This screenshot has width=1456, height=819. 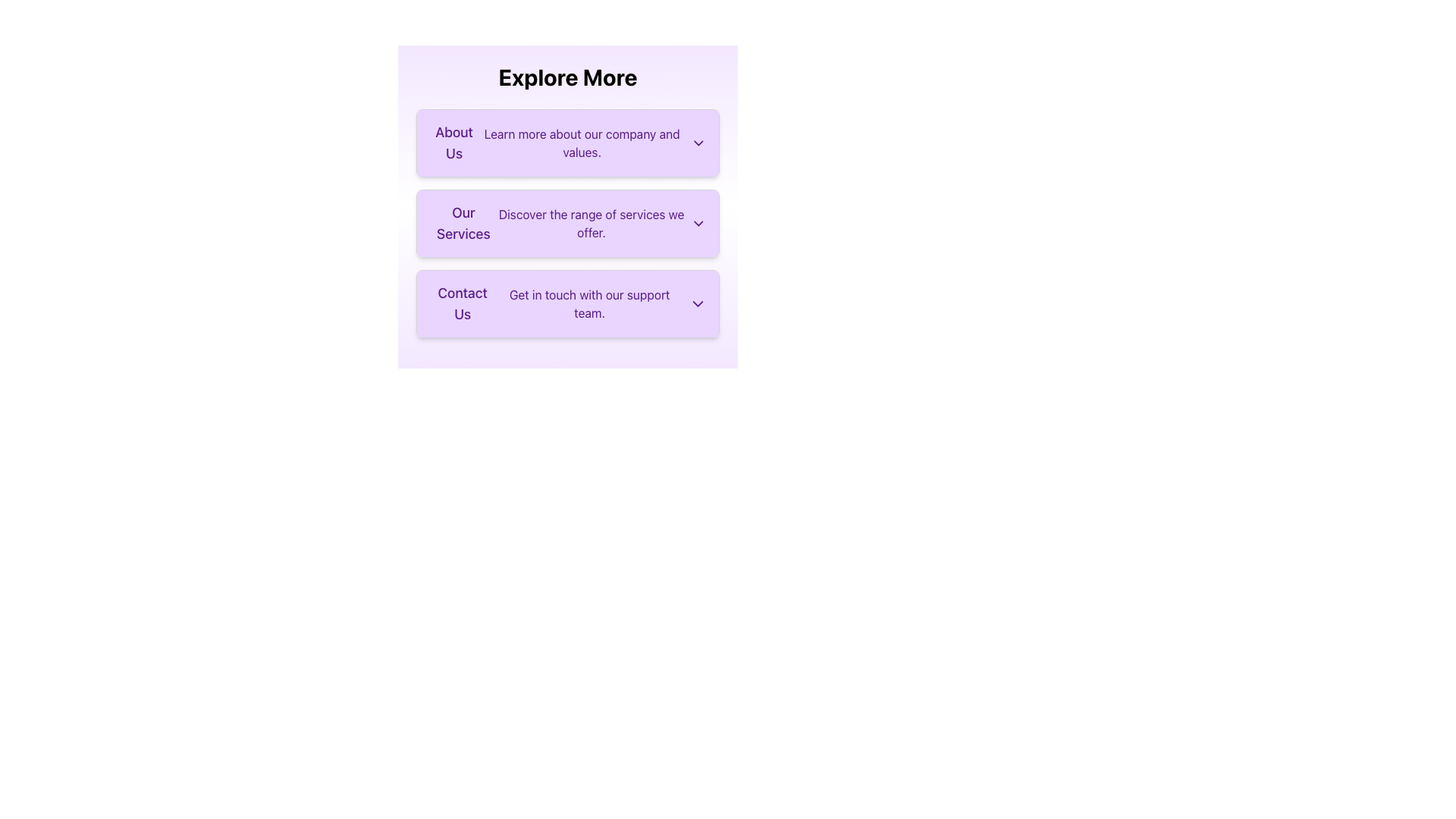 I want to click on the clickable card labeled 'Our Services' which has a purple background and is positioned between 'About Us' and 'Contact Us' in the 'Explore More' section, so click(x=566, y=223).